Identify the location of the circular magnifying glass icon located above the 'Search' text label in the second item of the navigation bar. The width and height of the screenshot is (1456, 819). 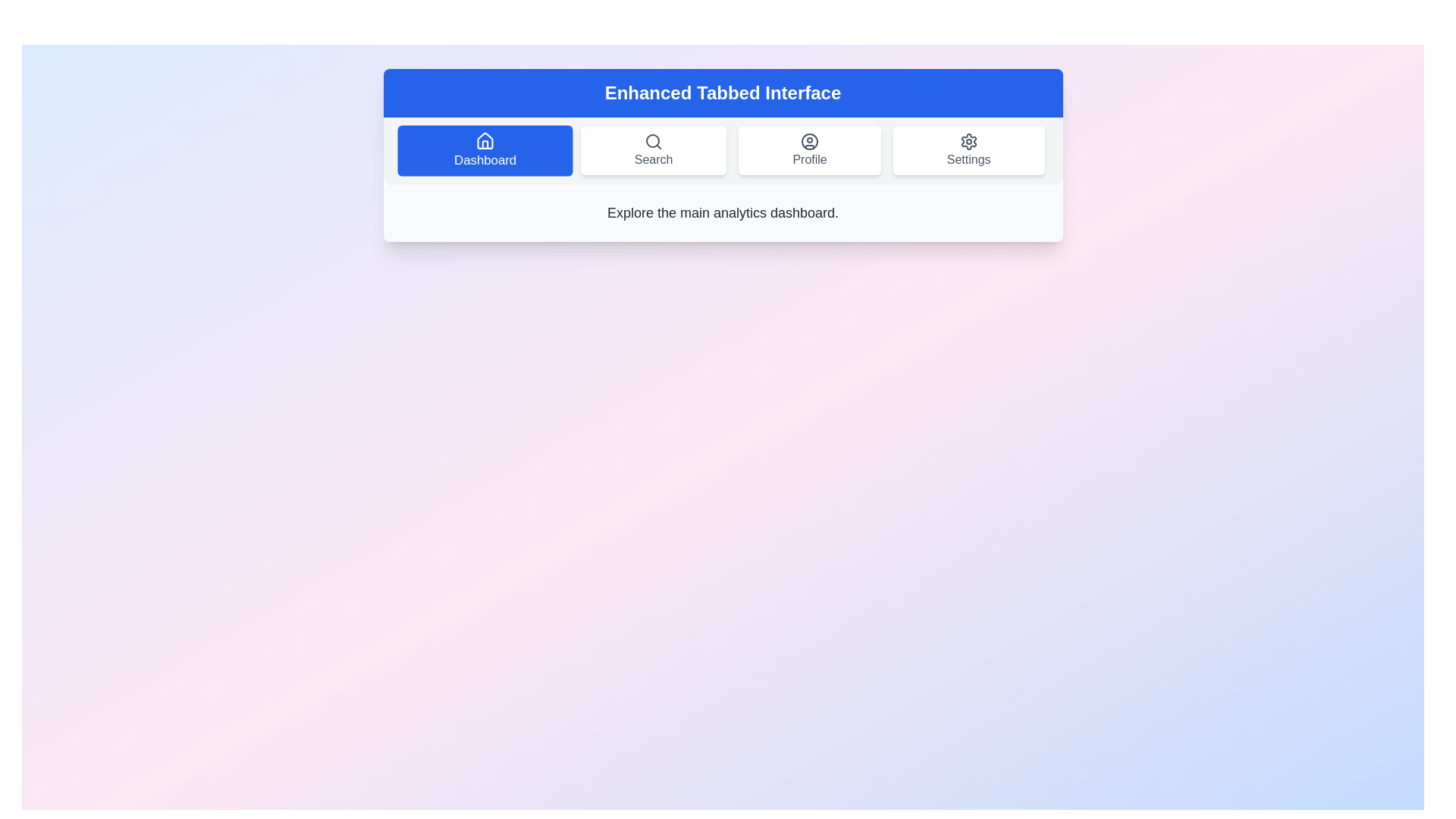
(654, 141).